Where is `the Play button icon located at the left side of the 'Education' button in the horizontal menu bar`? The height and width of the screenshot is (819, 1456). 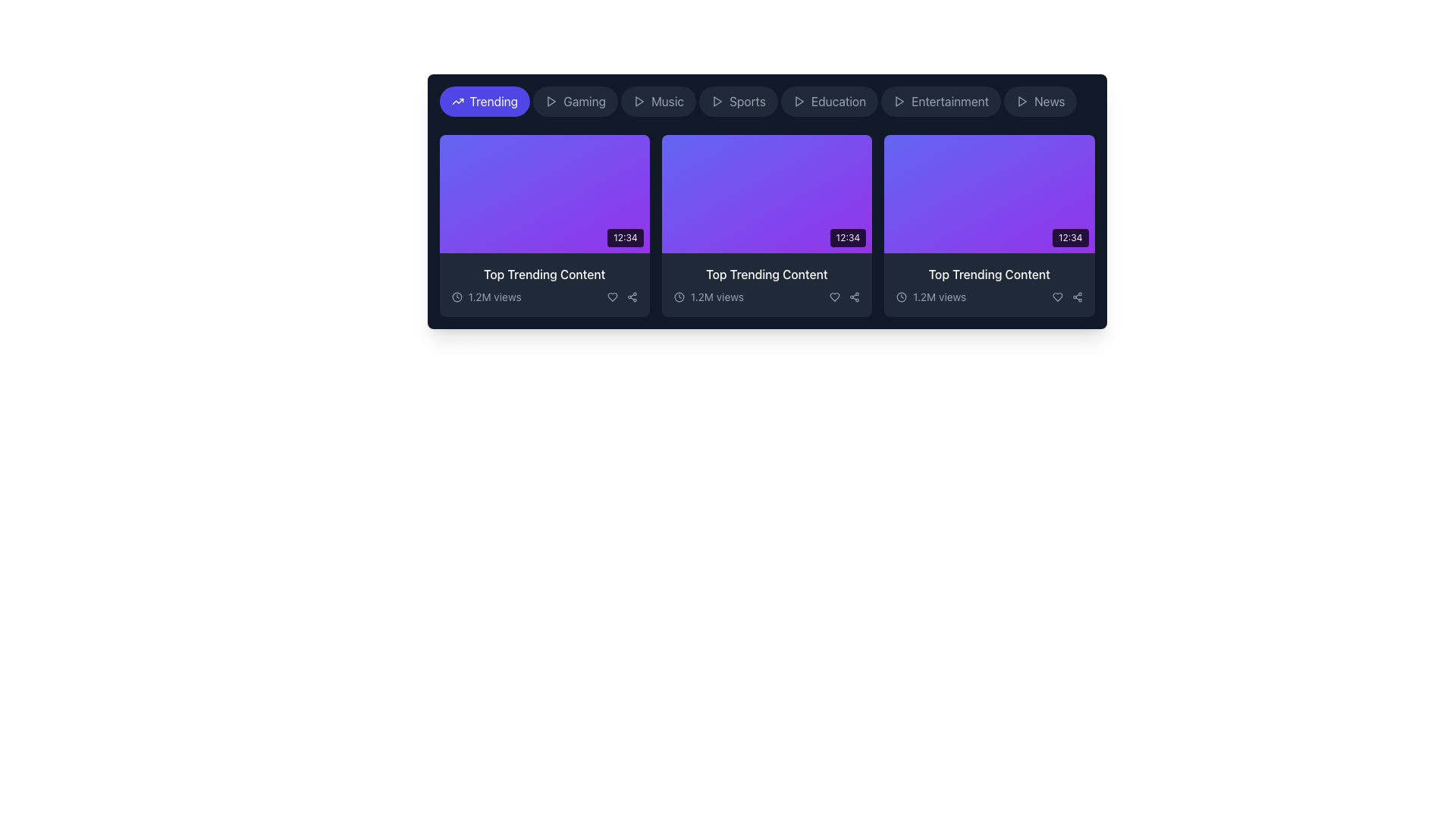 the Play button icon located at the left side of the 'Education' button in the horizontal menu bar is located at coordinates (799, 102).